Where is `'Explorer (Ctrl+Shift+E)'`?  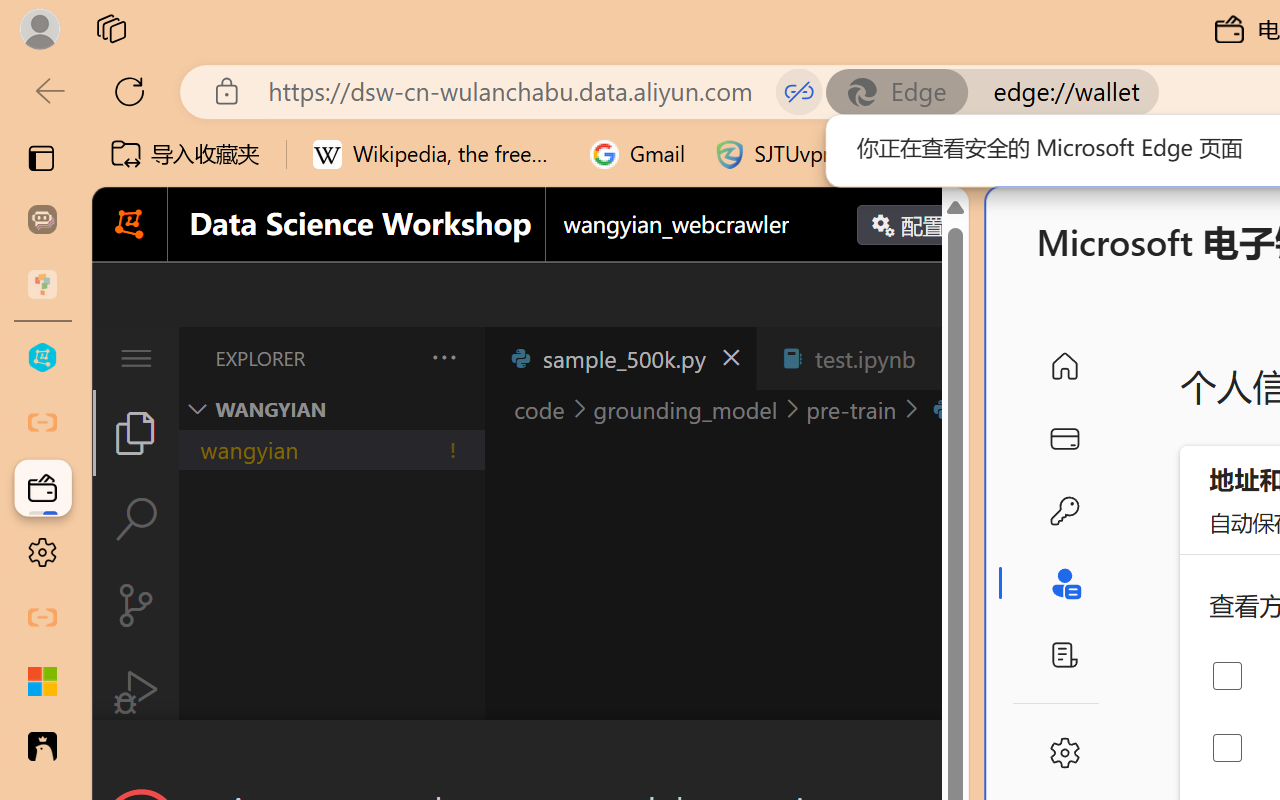
'Explorer (Ctrl+Shift+E)' is located at coordinates (134, 432).